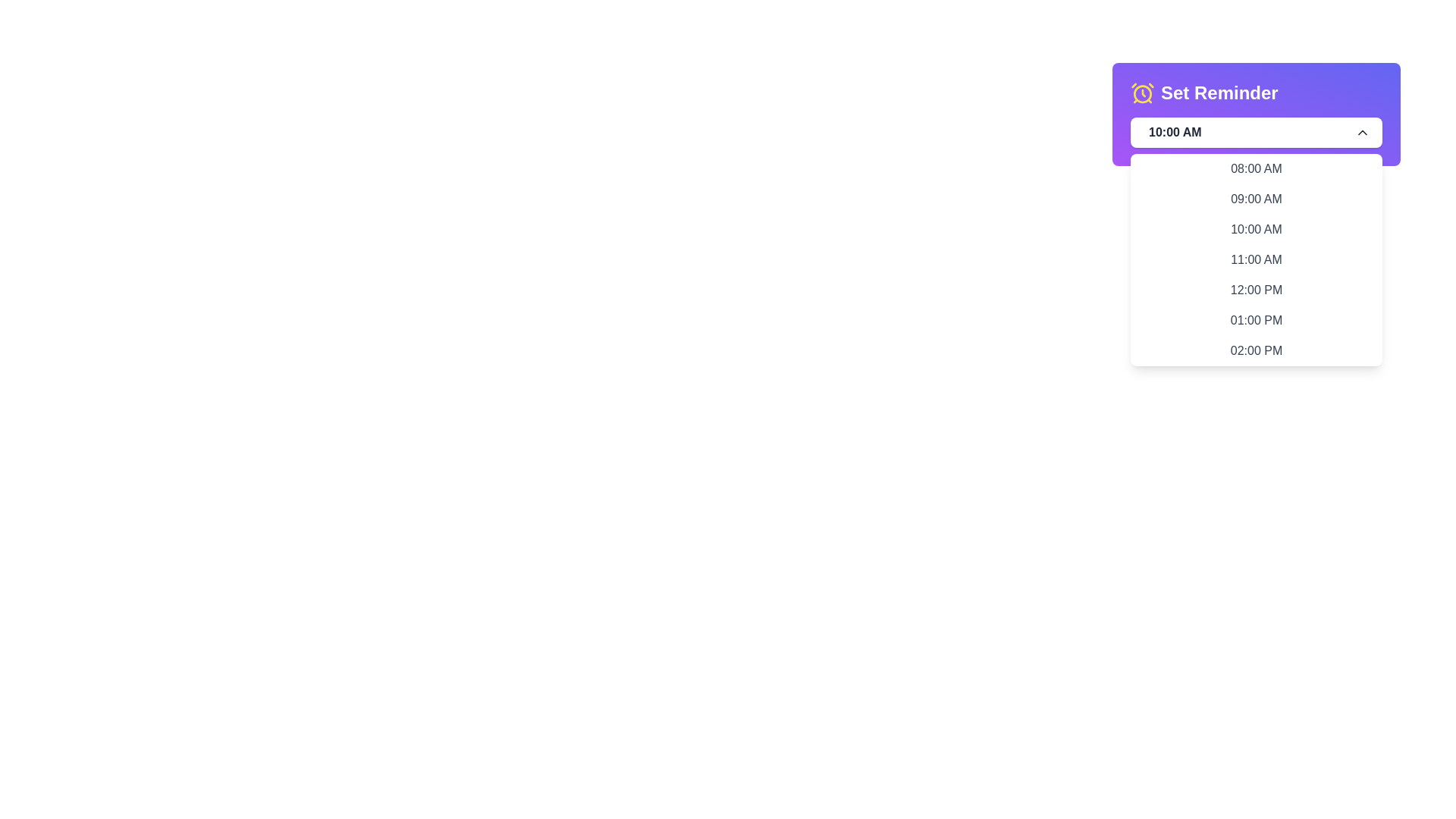 This screenshot has width=1456, height=819. I want to click on the fourth entry in the dropdown list labeled '11:00 AM', so click(1256, 259).